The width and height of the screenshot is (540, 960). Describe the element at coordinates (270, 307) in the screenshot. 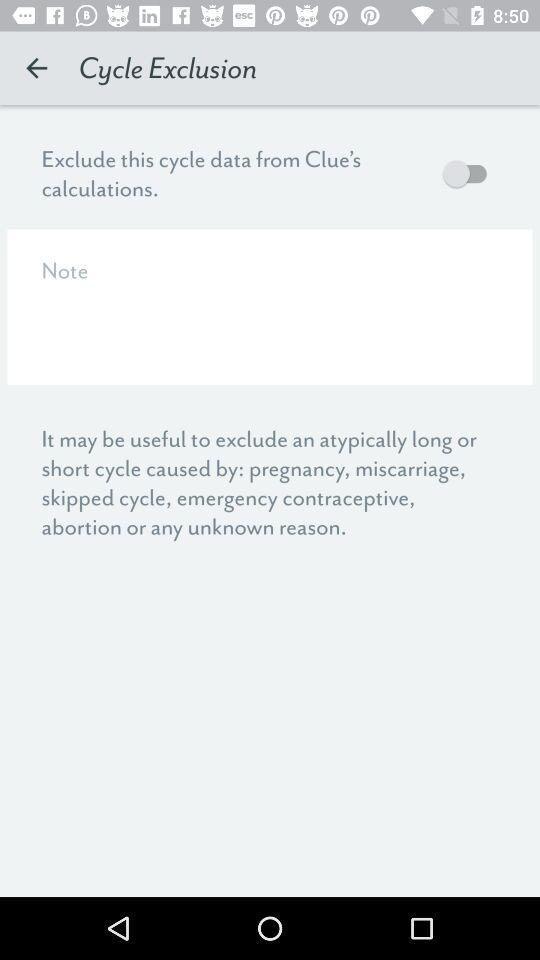

I see `type notes` at that location.